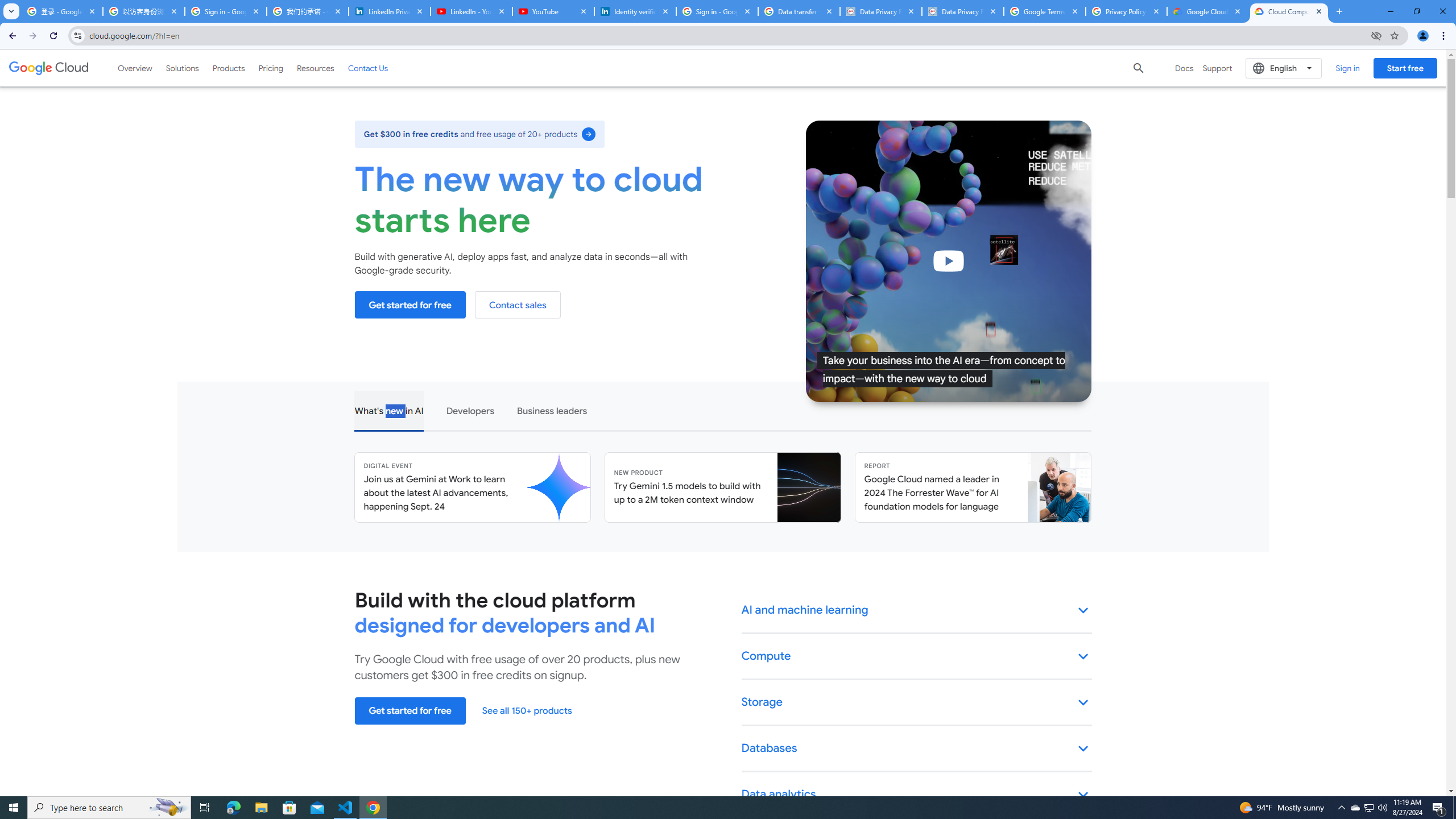 Image resolution: width=1456 pixels, height=819 pixels. Describe the element at coordinates (517, 305) in the screenshot. I see `'Contact sales'` at that location.